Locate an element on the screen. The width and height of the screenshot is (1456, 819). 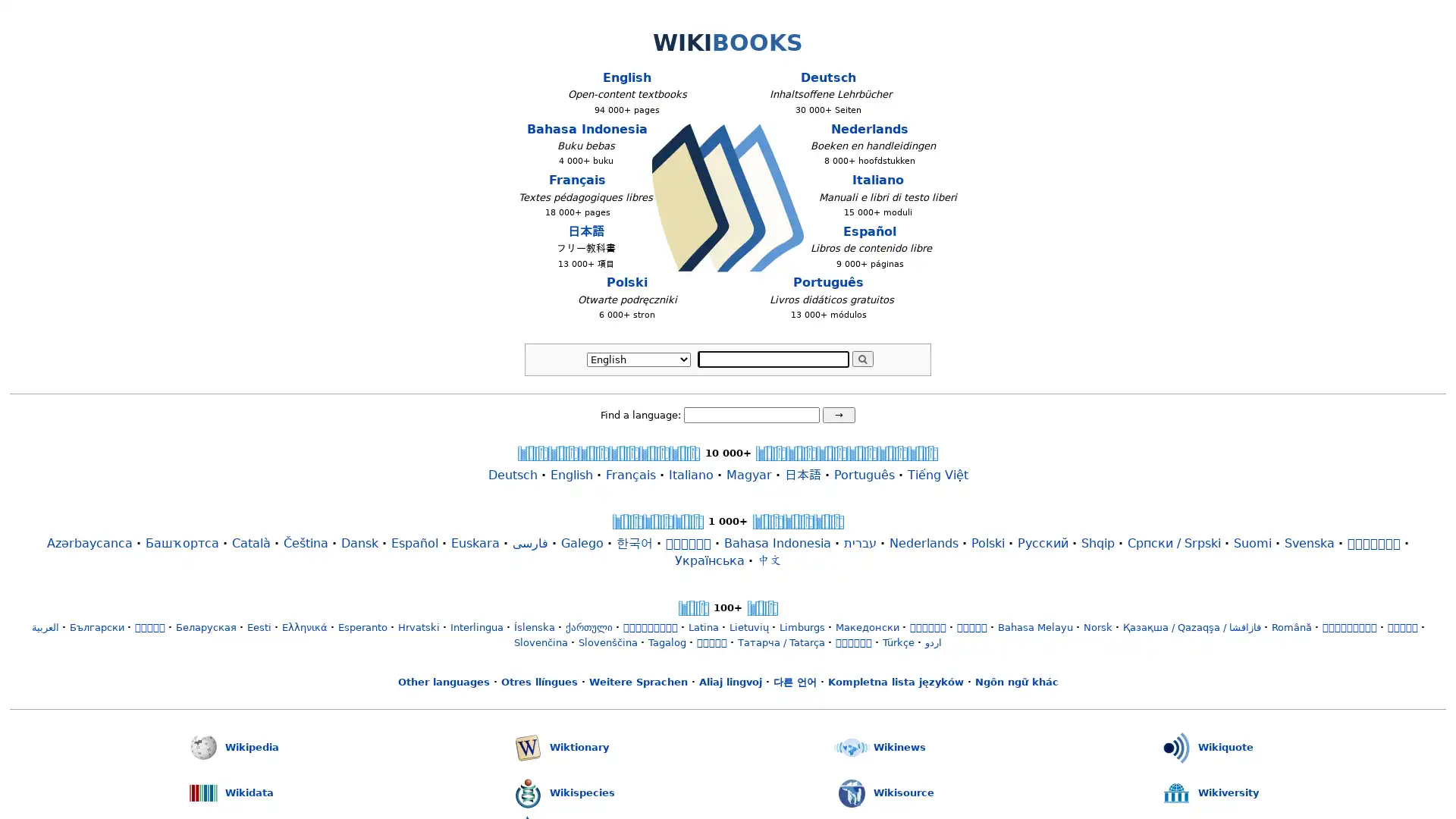
Search is located at coordinates (862, 359).